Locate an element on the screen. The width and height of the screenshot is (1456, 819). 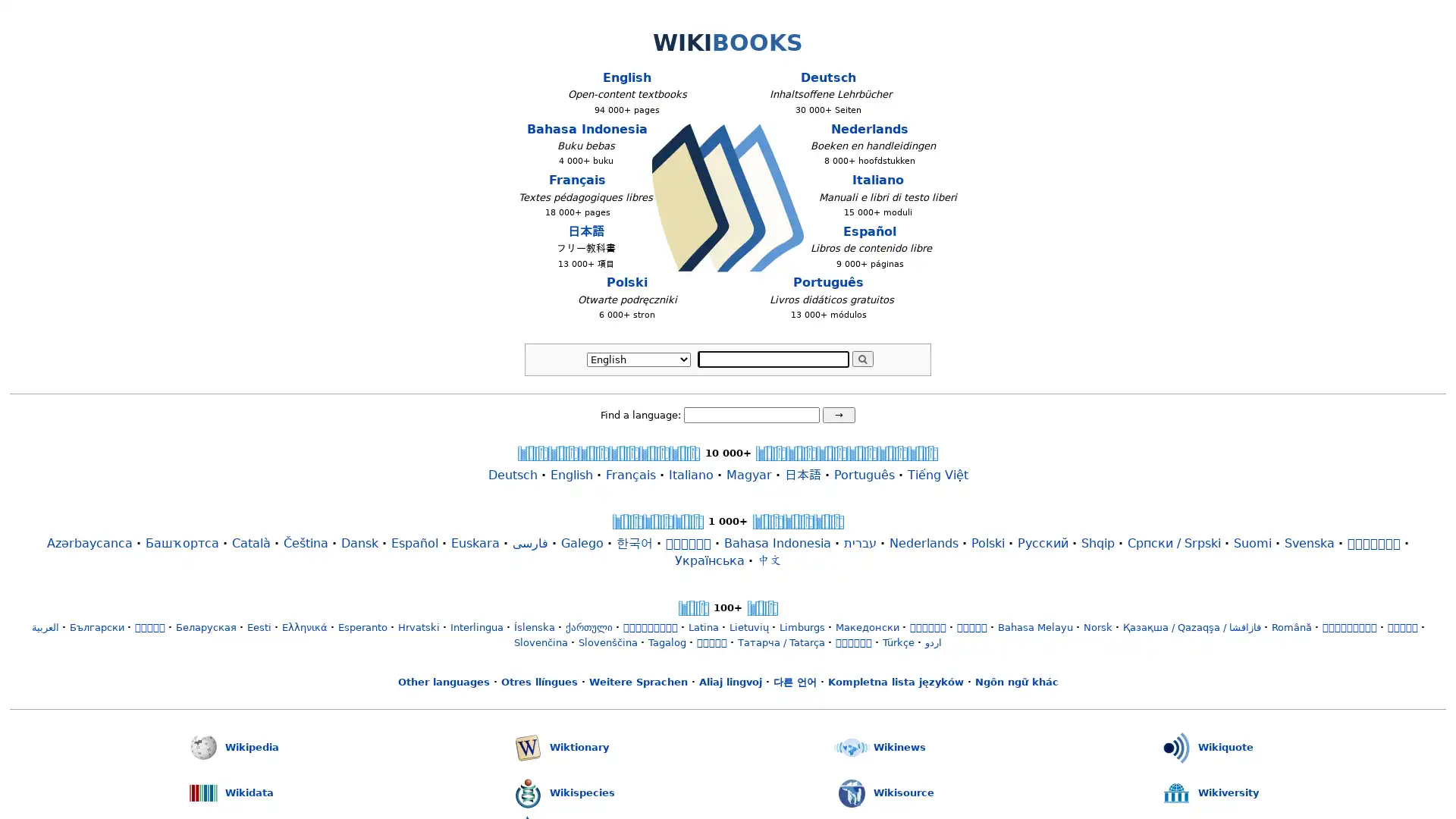
Search is located at coordinates (862, 359).